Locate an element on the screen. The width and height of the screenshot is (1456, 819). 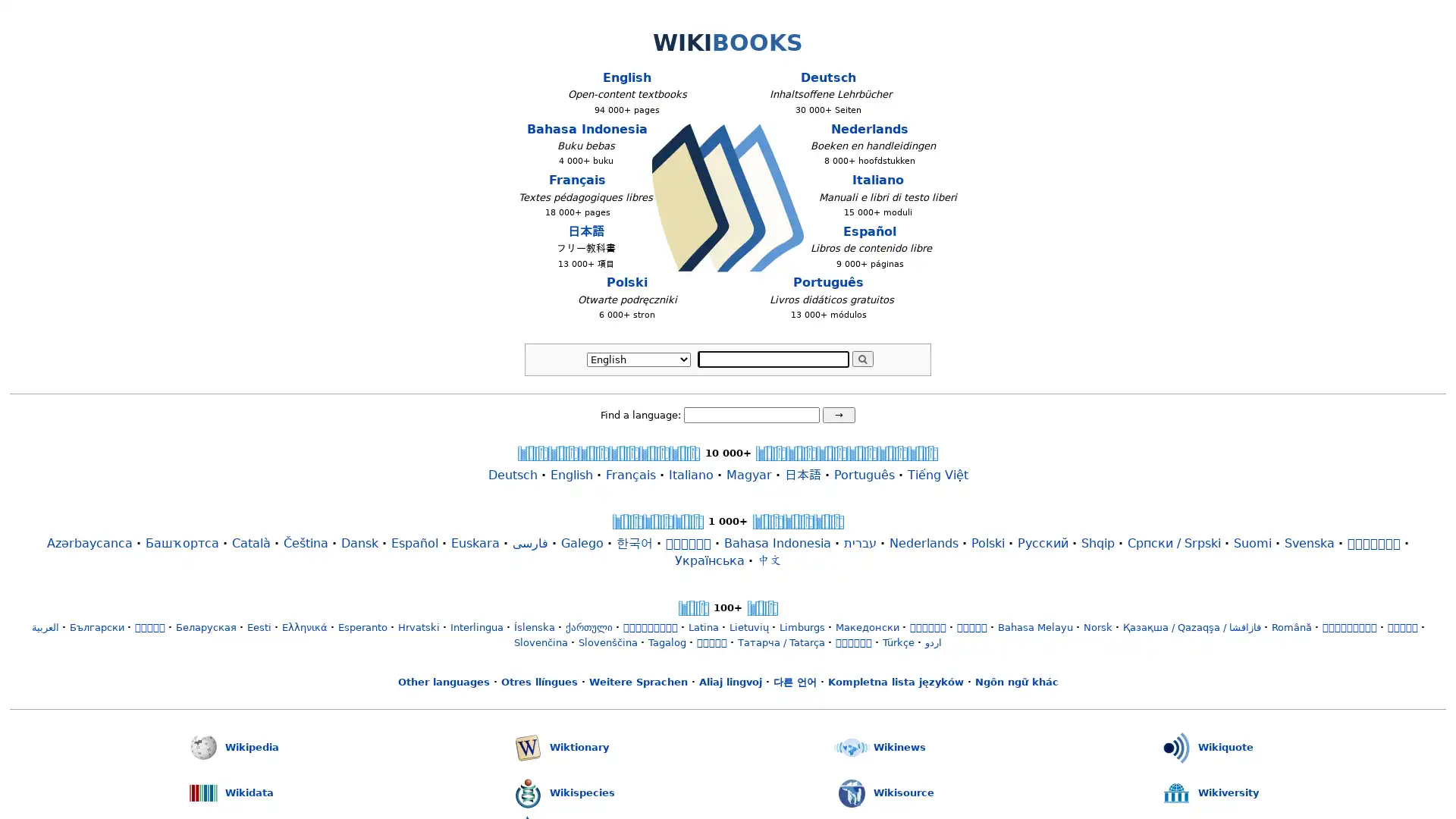
Search is located at coordinates (862, 359).